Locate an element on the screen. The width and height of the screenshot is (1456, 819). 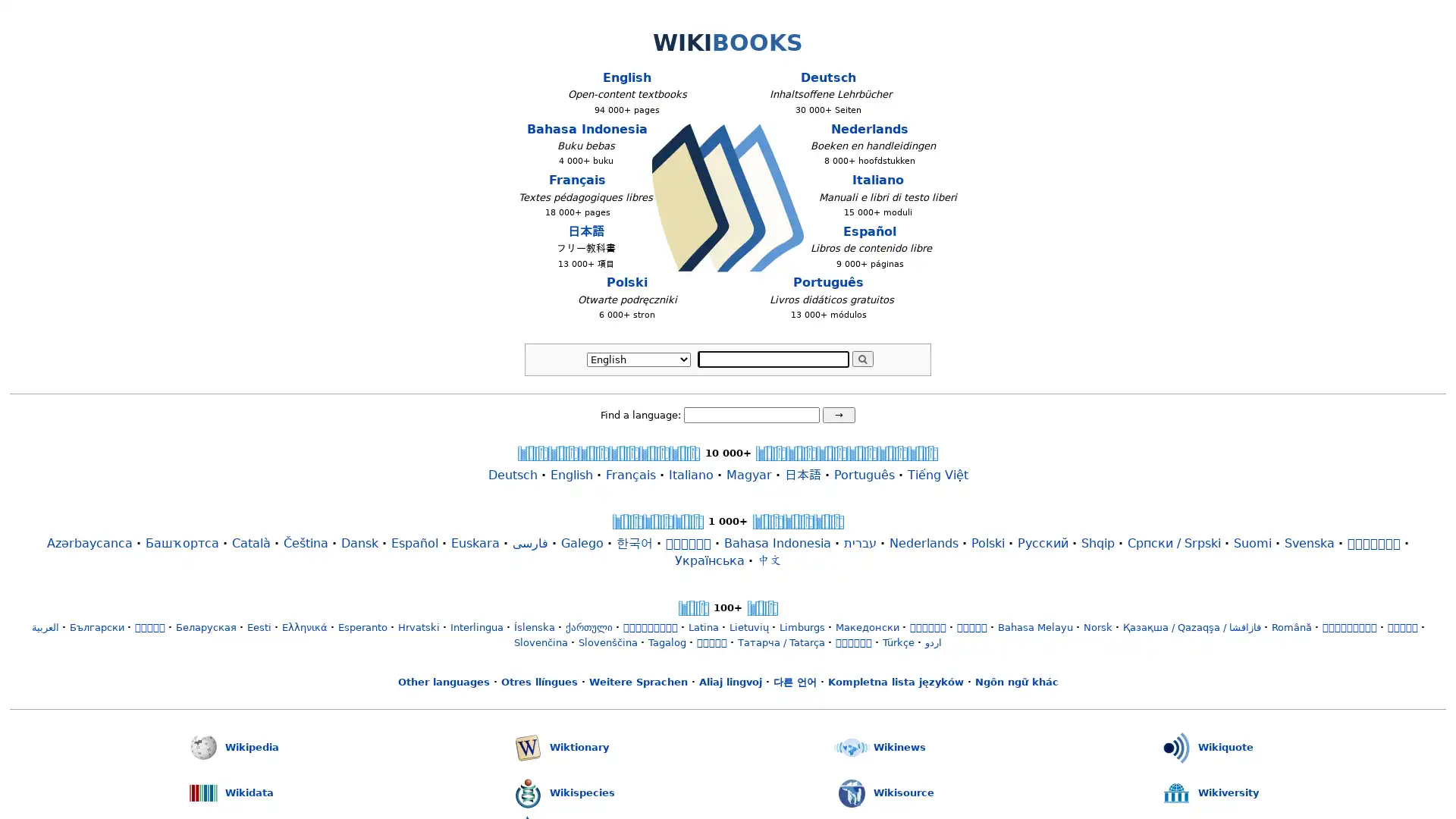
Search is located at coordinates (862, 359).